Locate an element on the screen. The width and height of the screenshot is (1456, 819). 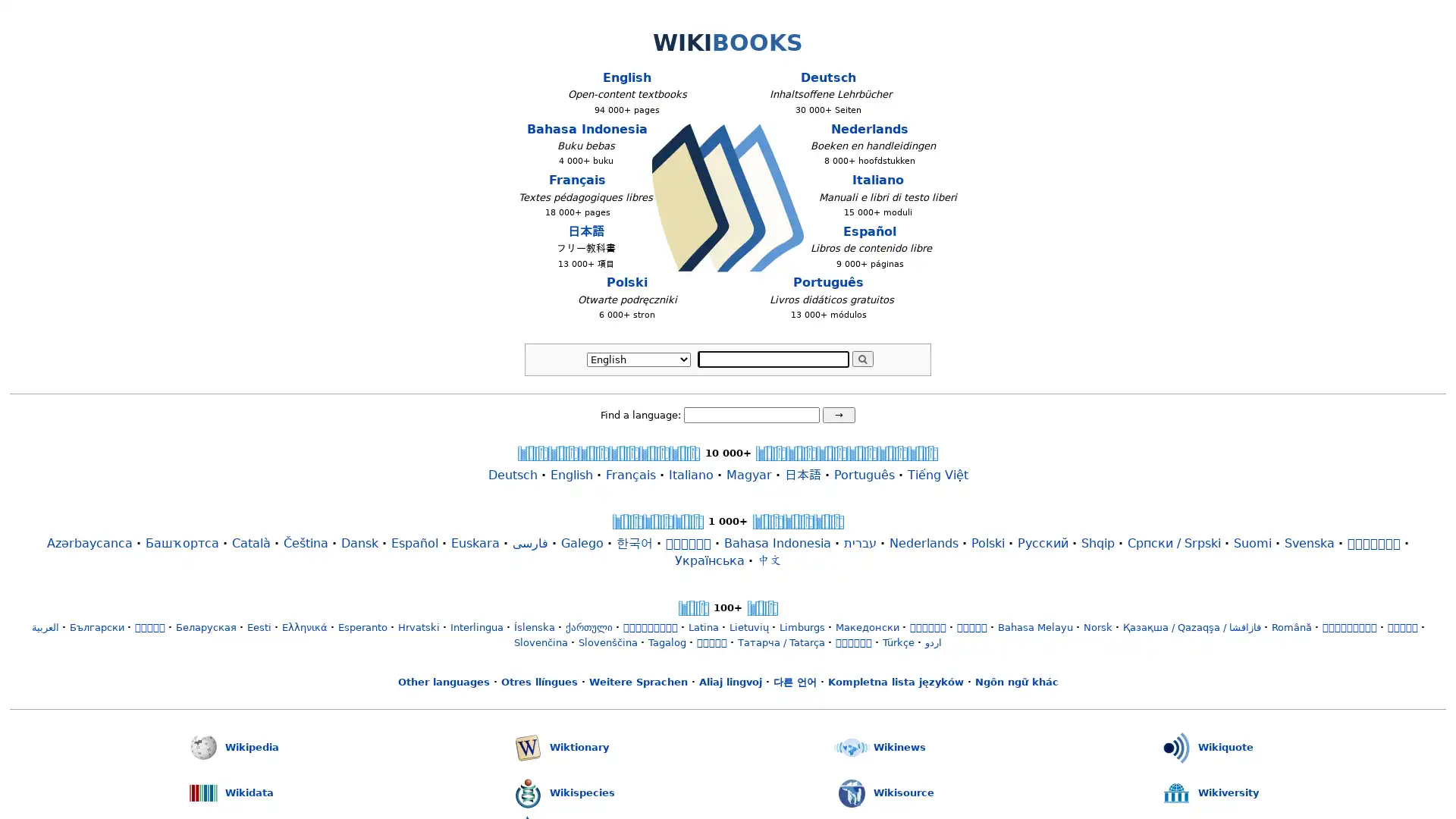
Search is located at coordinates (862, 359).